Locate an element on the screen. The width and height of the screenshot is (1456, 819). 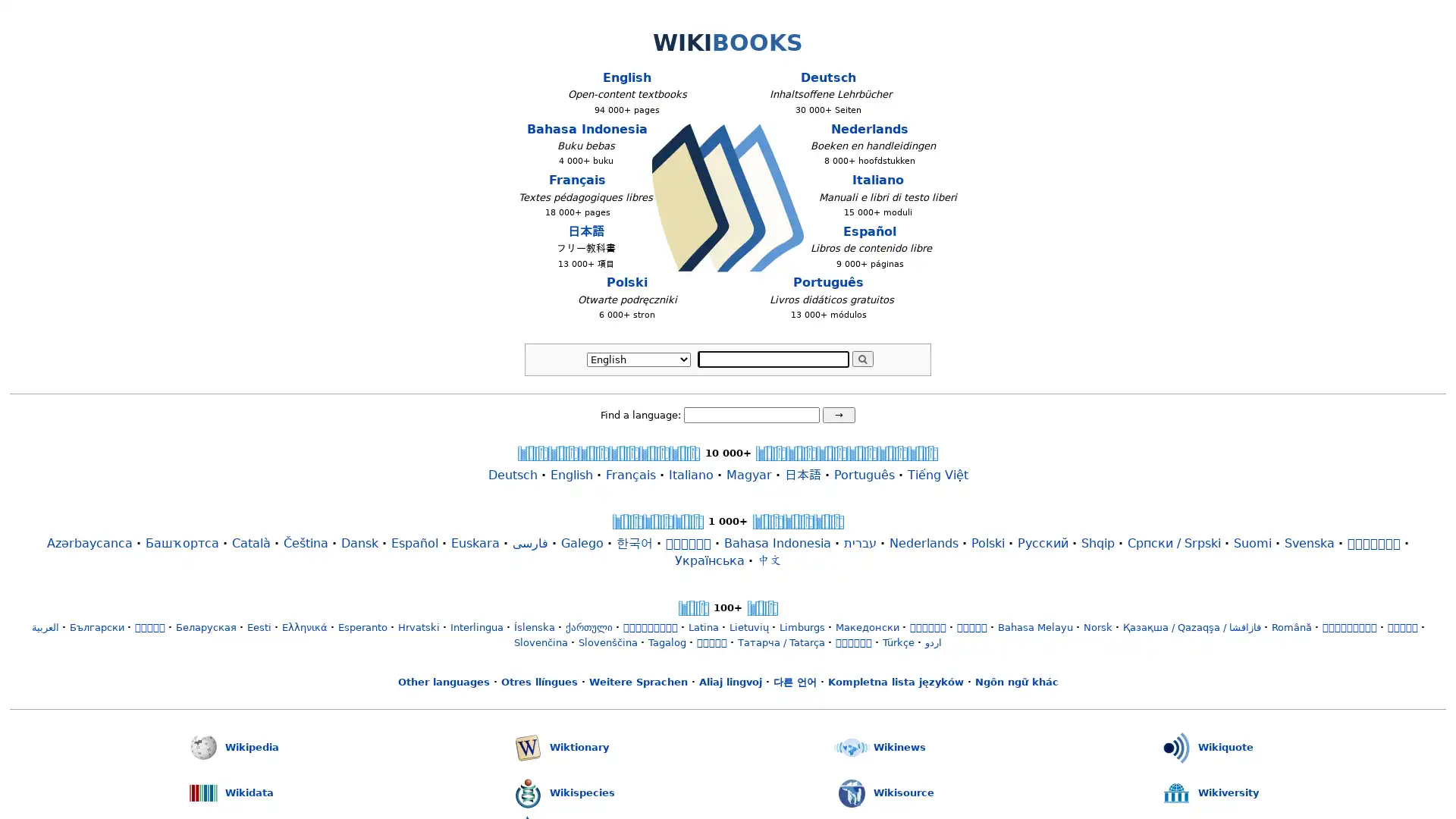
Search is located at coordinates (862, 359).